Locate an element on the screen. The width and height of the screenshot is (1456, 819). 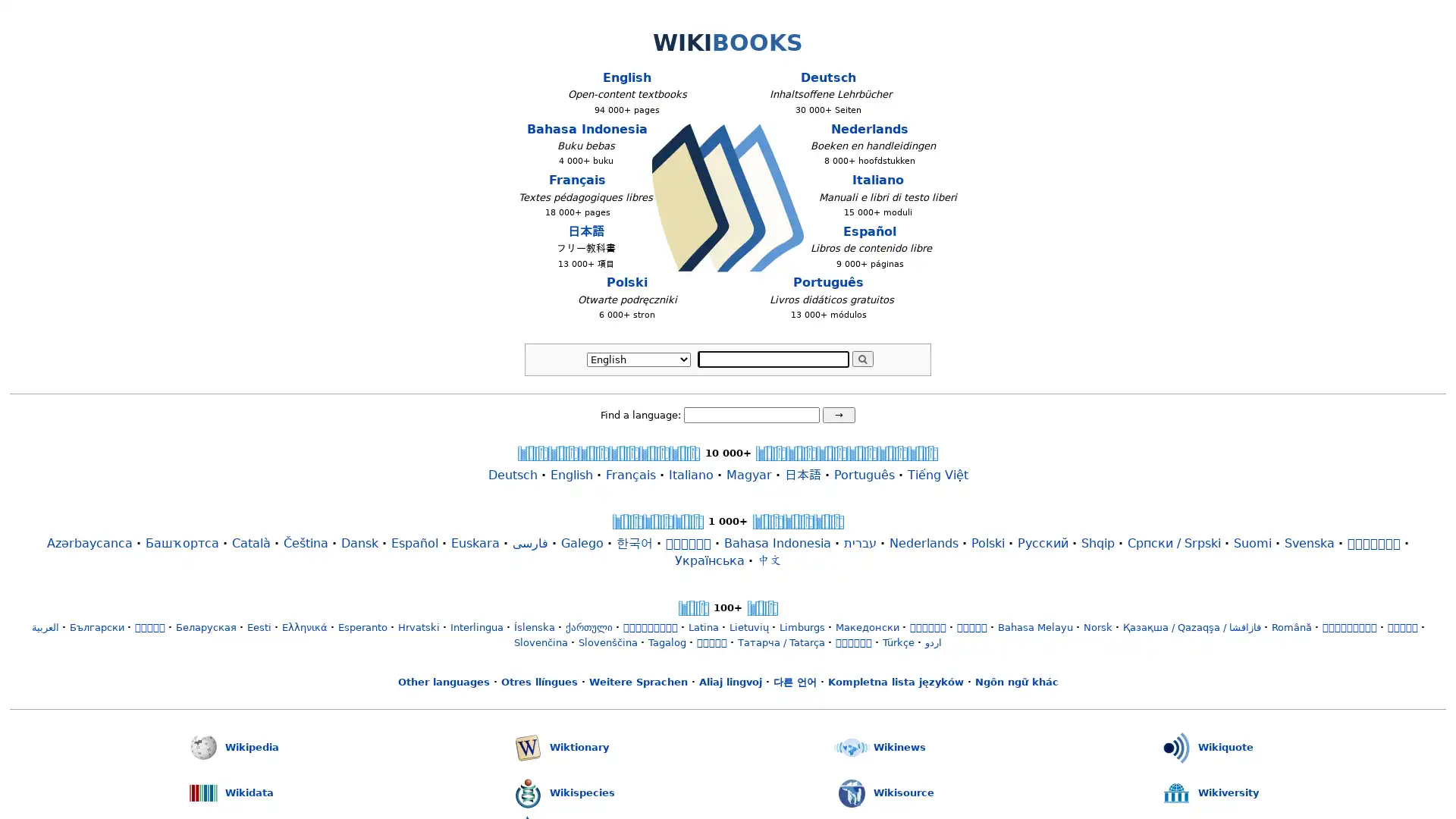
Search is located at coordinates (862, 359).